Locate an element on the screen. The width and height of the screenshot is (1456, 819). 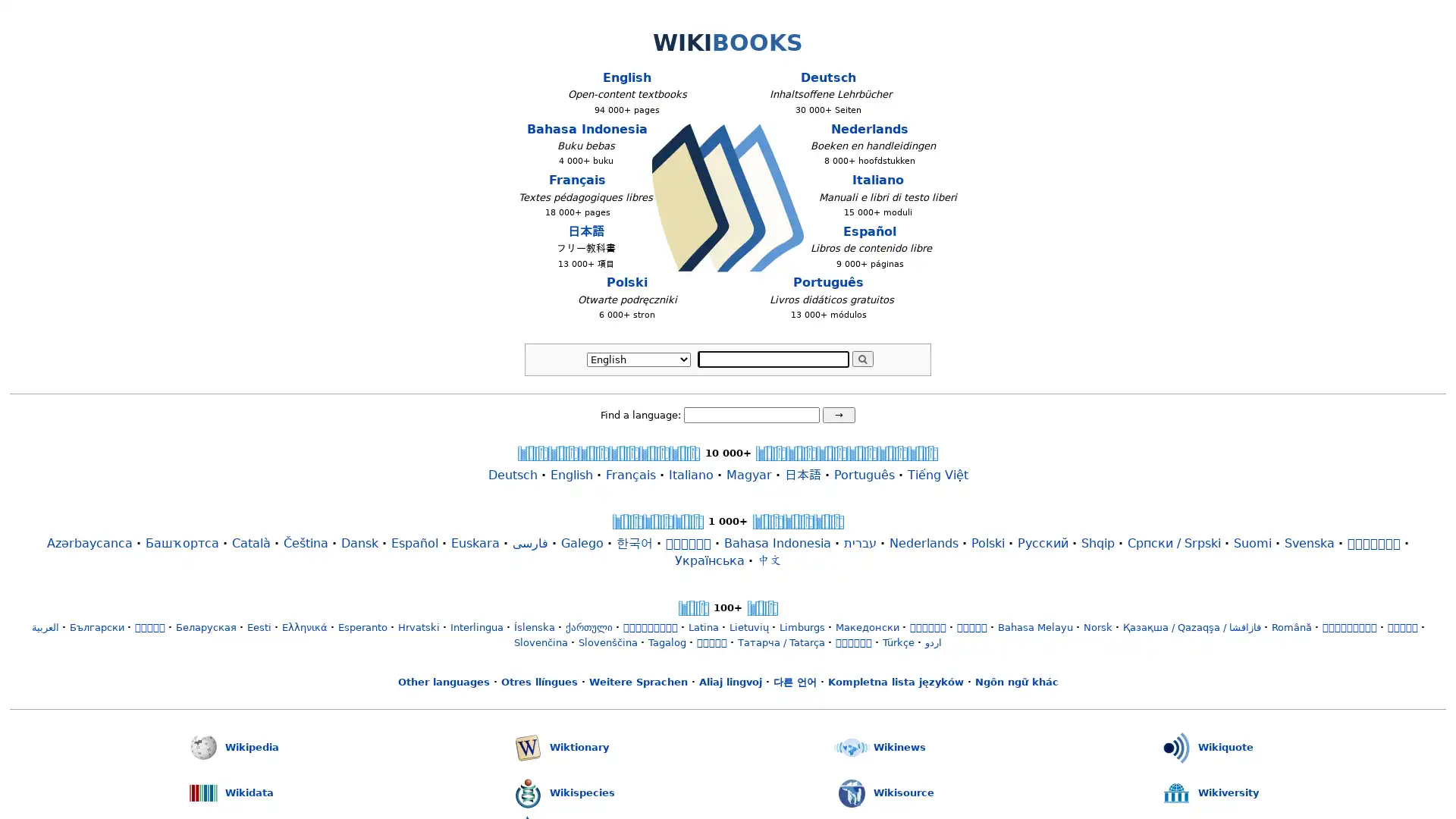
Search is located at coordinates (862, 359).